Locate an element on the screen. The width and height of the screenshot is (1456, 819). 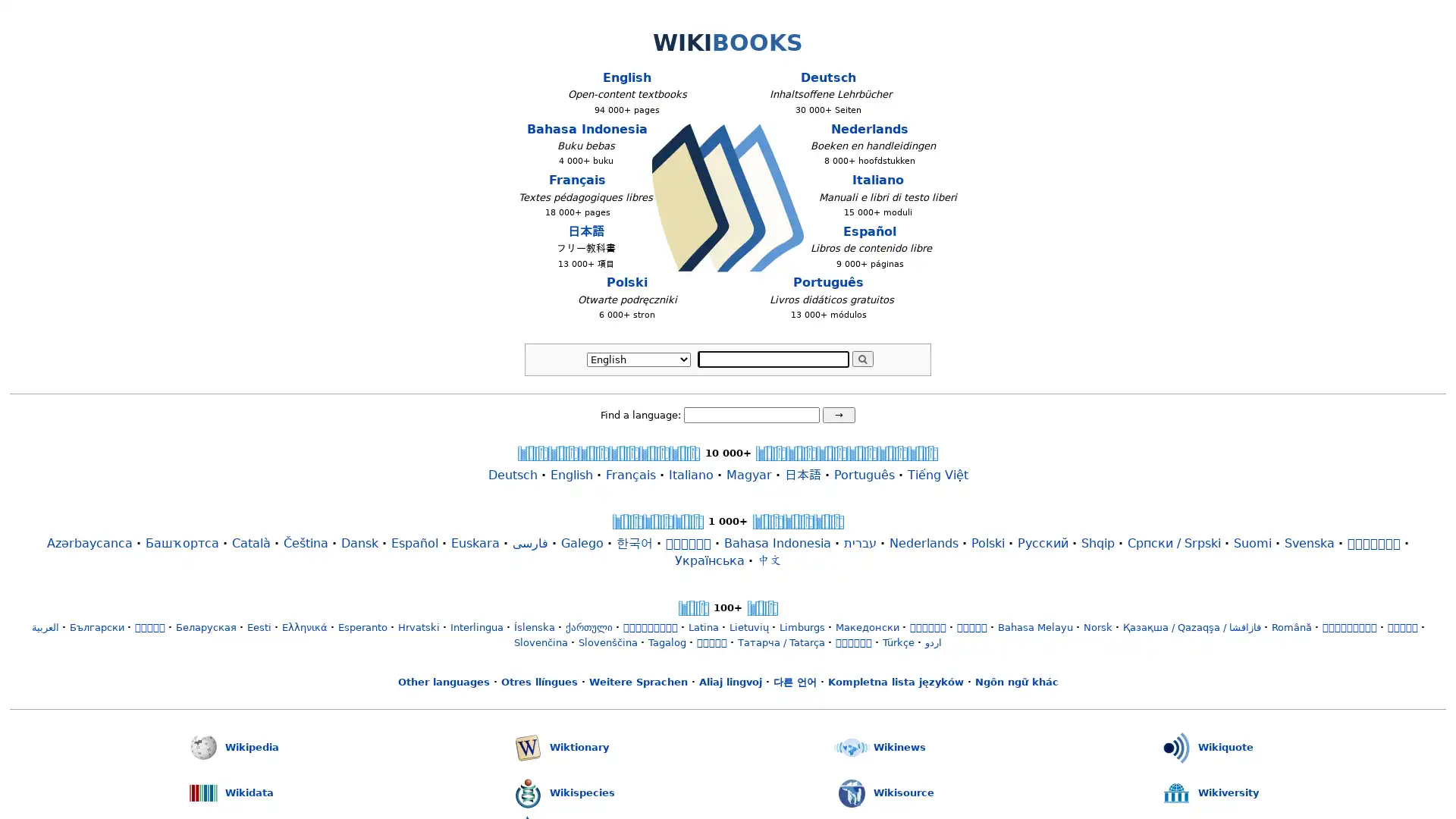
Search is located at coordinates (862, 359).